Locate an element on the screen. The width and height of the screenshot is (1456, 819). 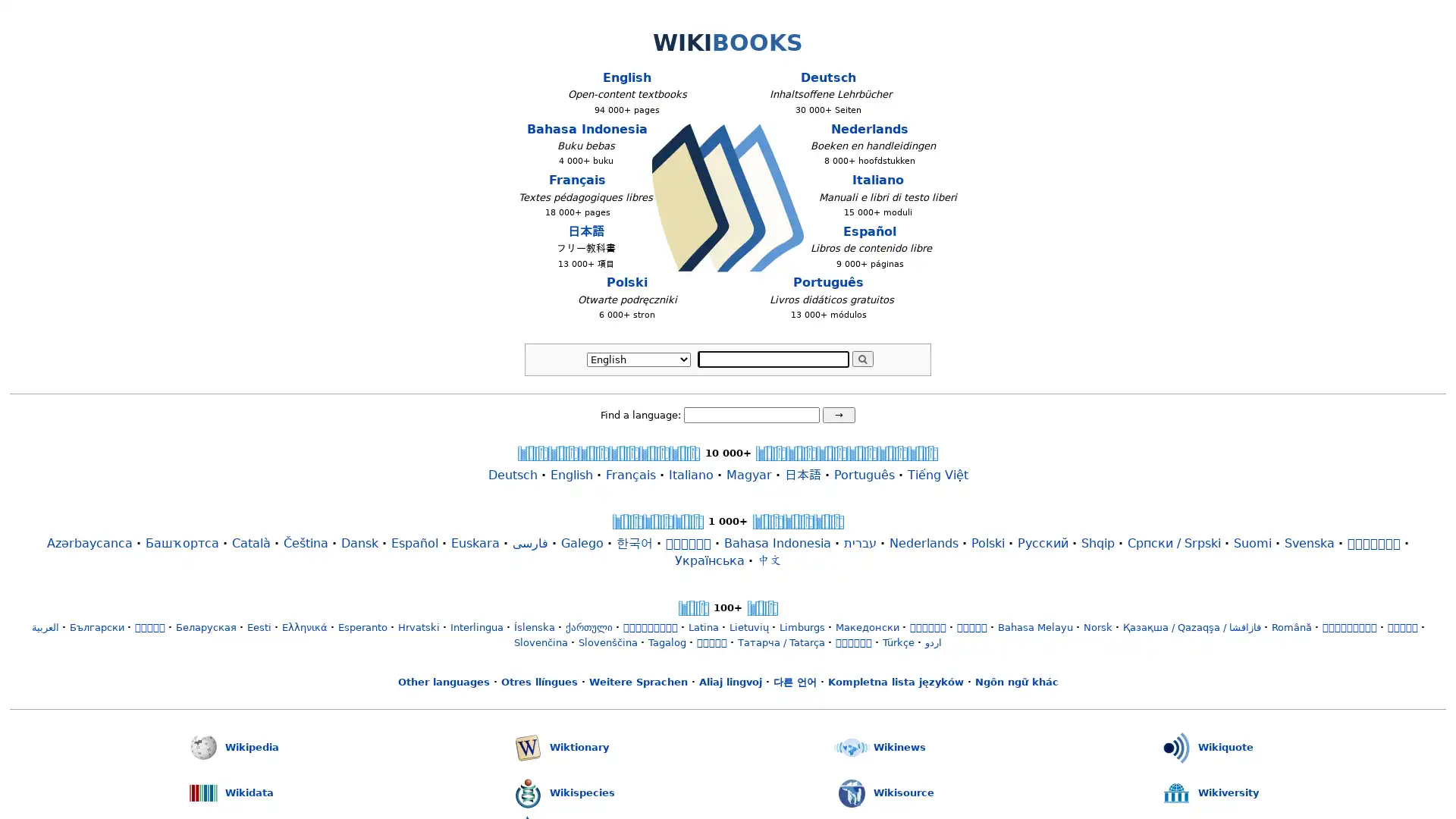
Search is located at coordinates (862, 359).